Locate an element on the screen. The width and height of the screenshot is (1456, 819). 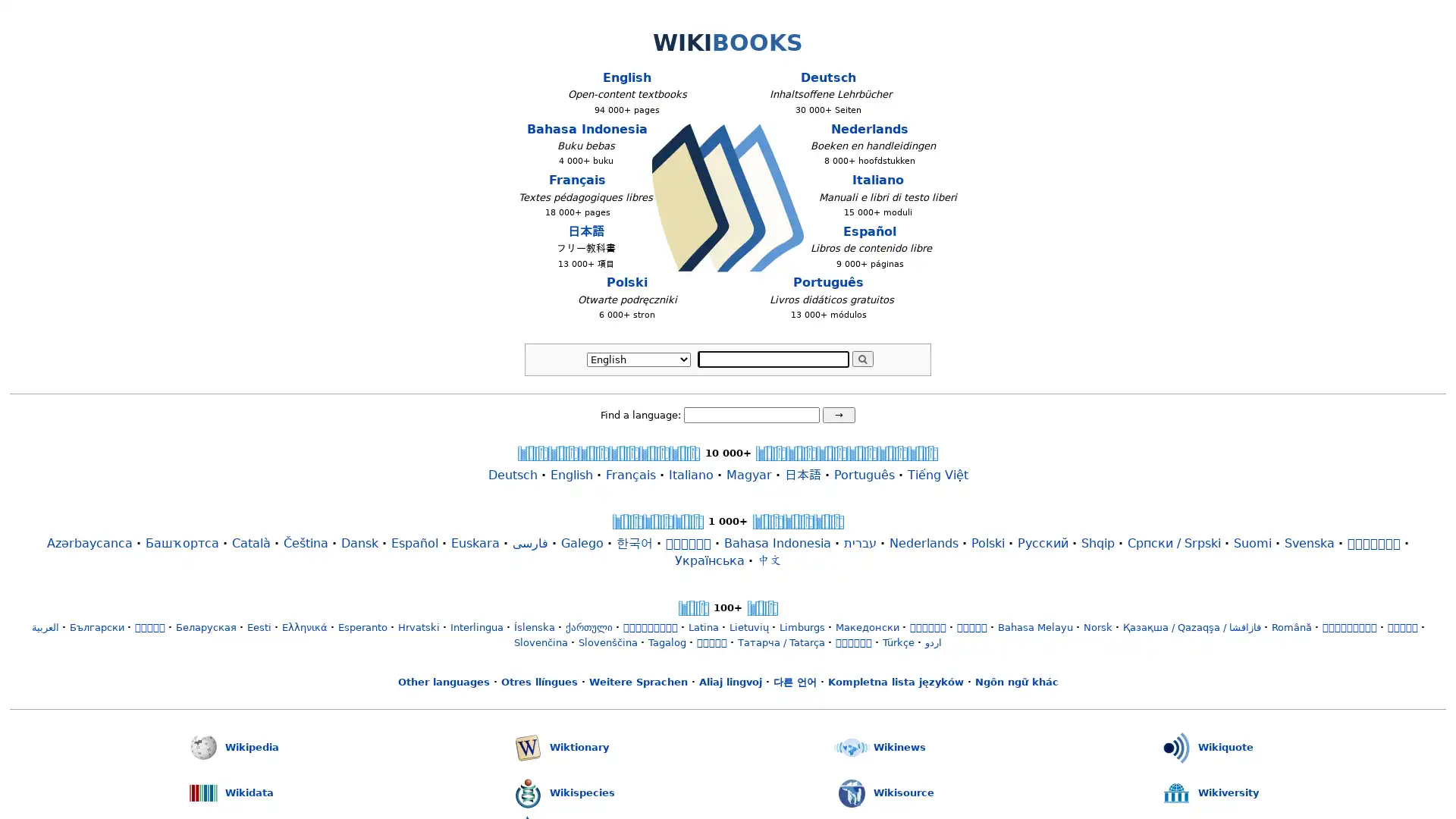
Search is located at coordinates (862, 359).